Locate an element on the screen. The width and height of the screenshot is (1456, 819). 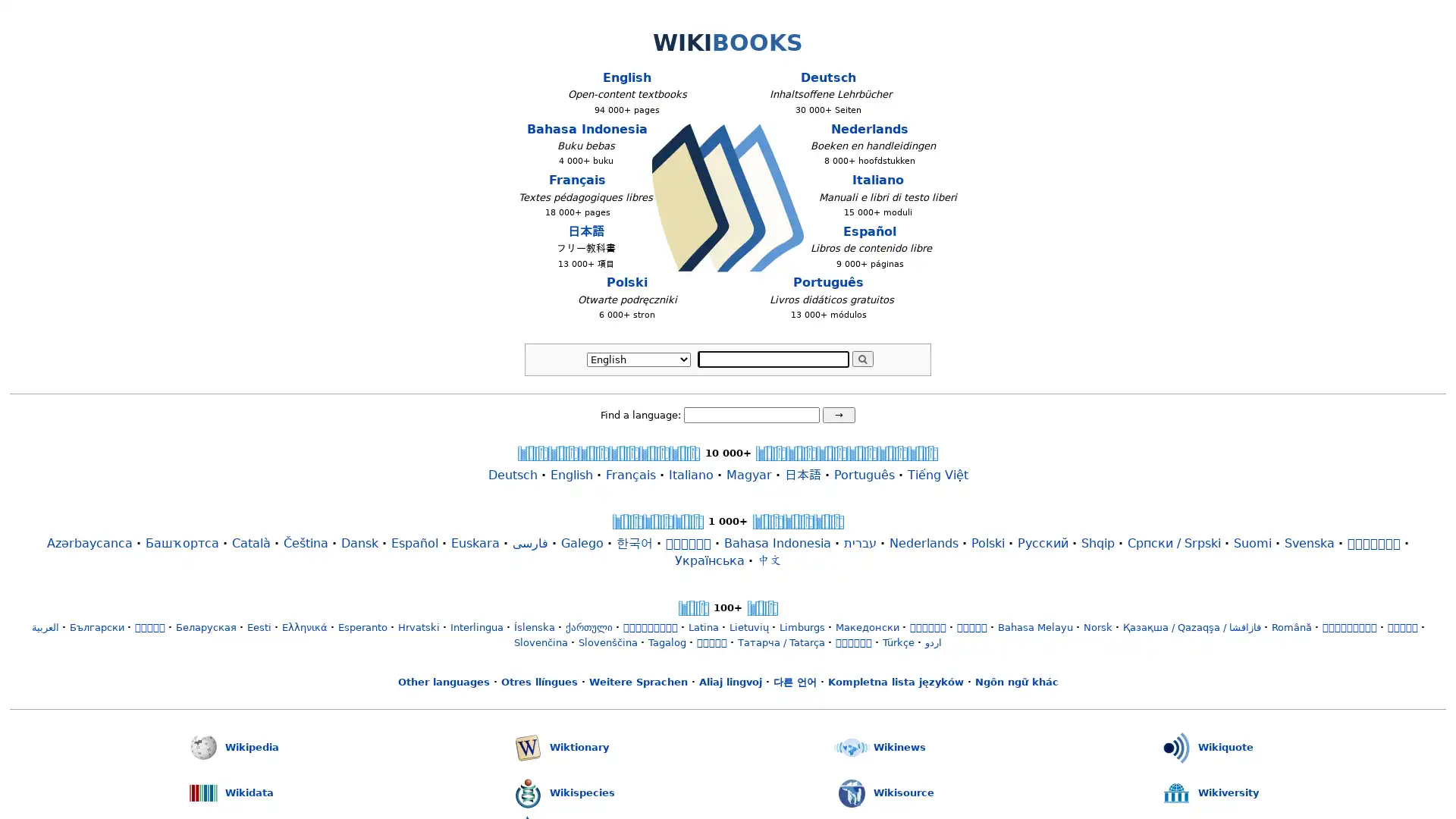
Search is located at coordinates (862, 359).